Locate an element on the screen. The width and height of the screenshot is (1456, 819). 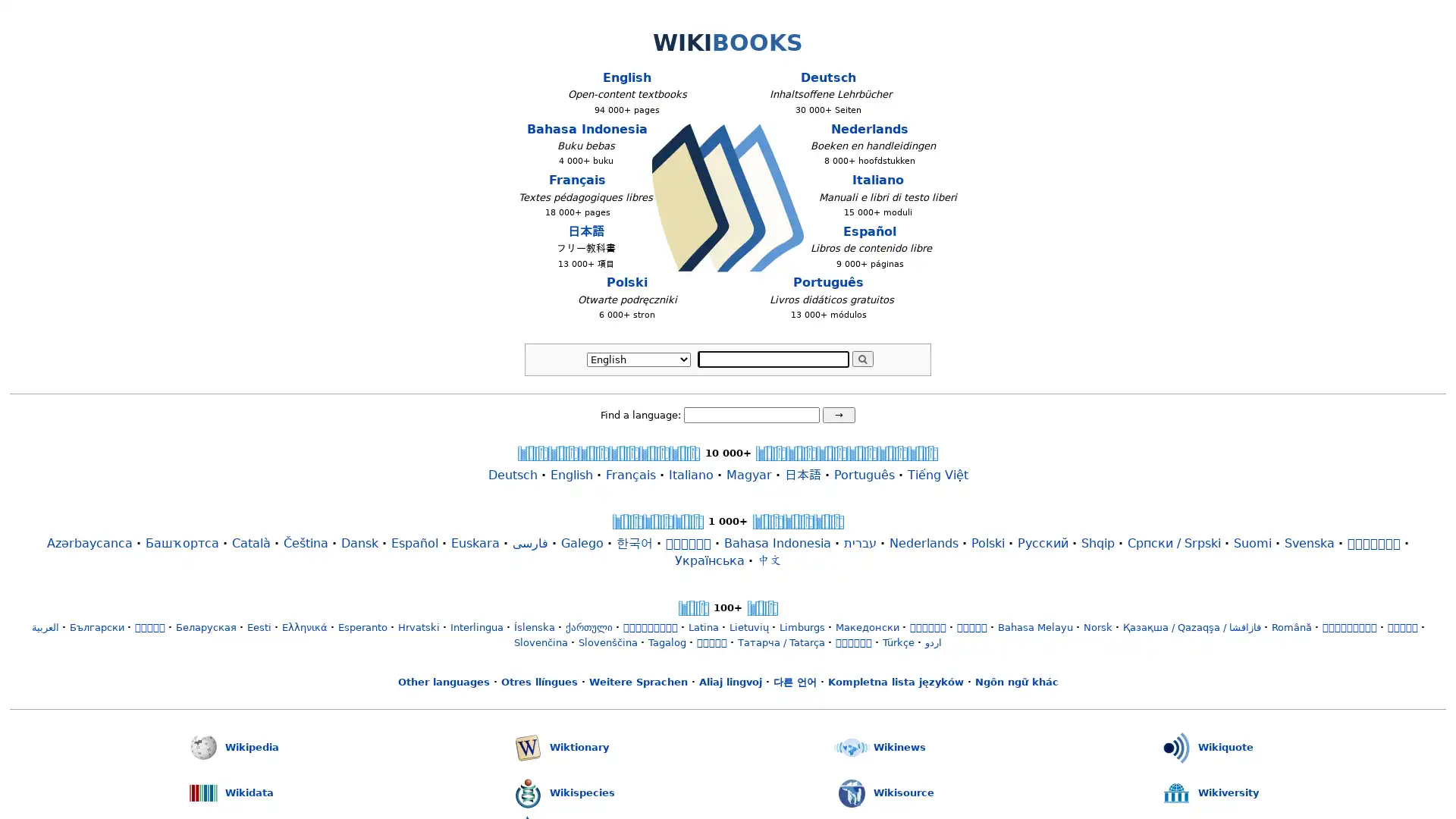
Search is located at coordinates (862, 359).